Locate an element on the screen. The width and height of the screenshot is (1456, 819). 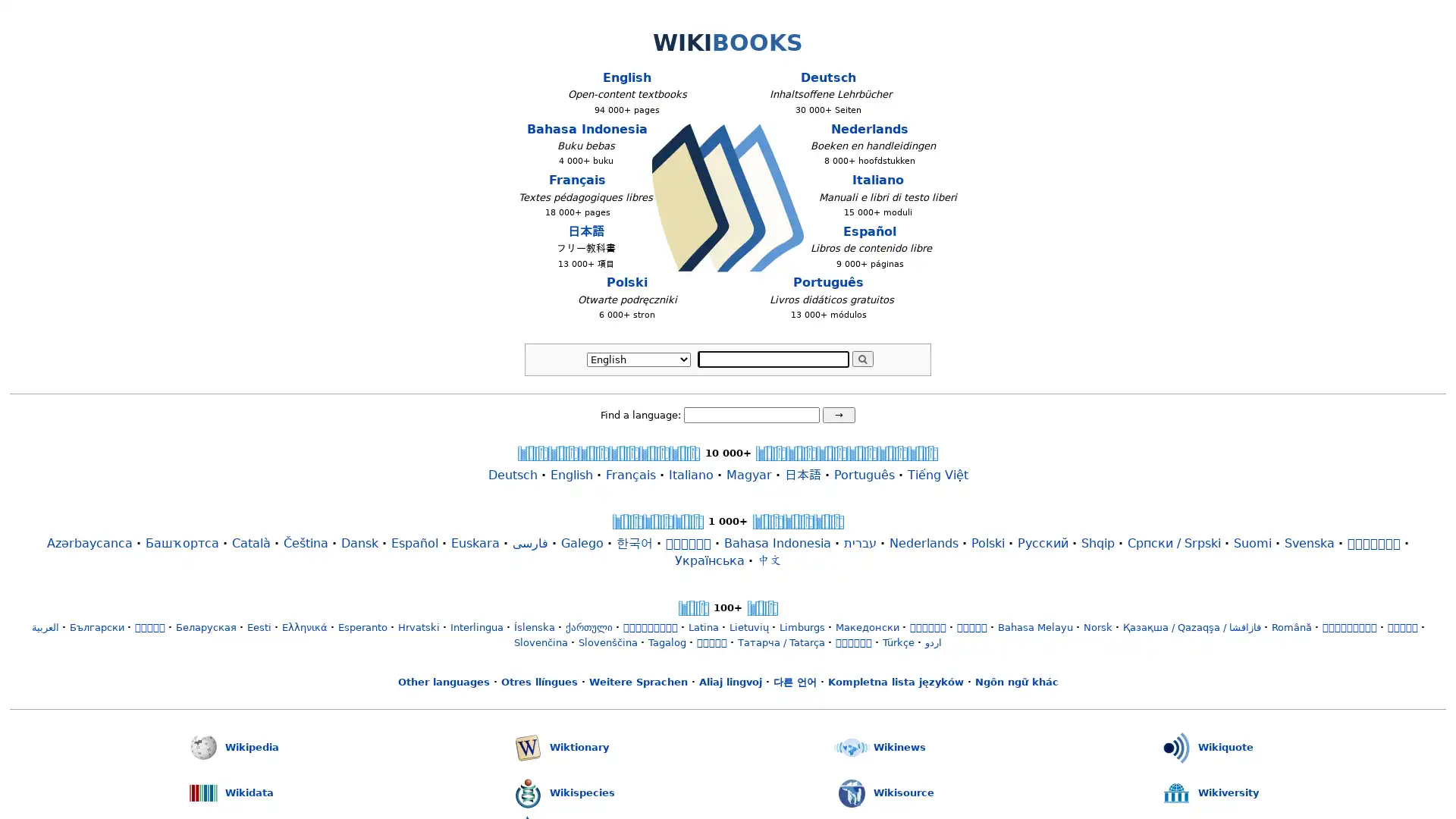
Search is located at coordinates (862, 359).